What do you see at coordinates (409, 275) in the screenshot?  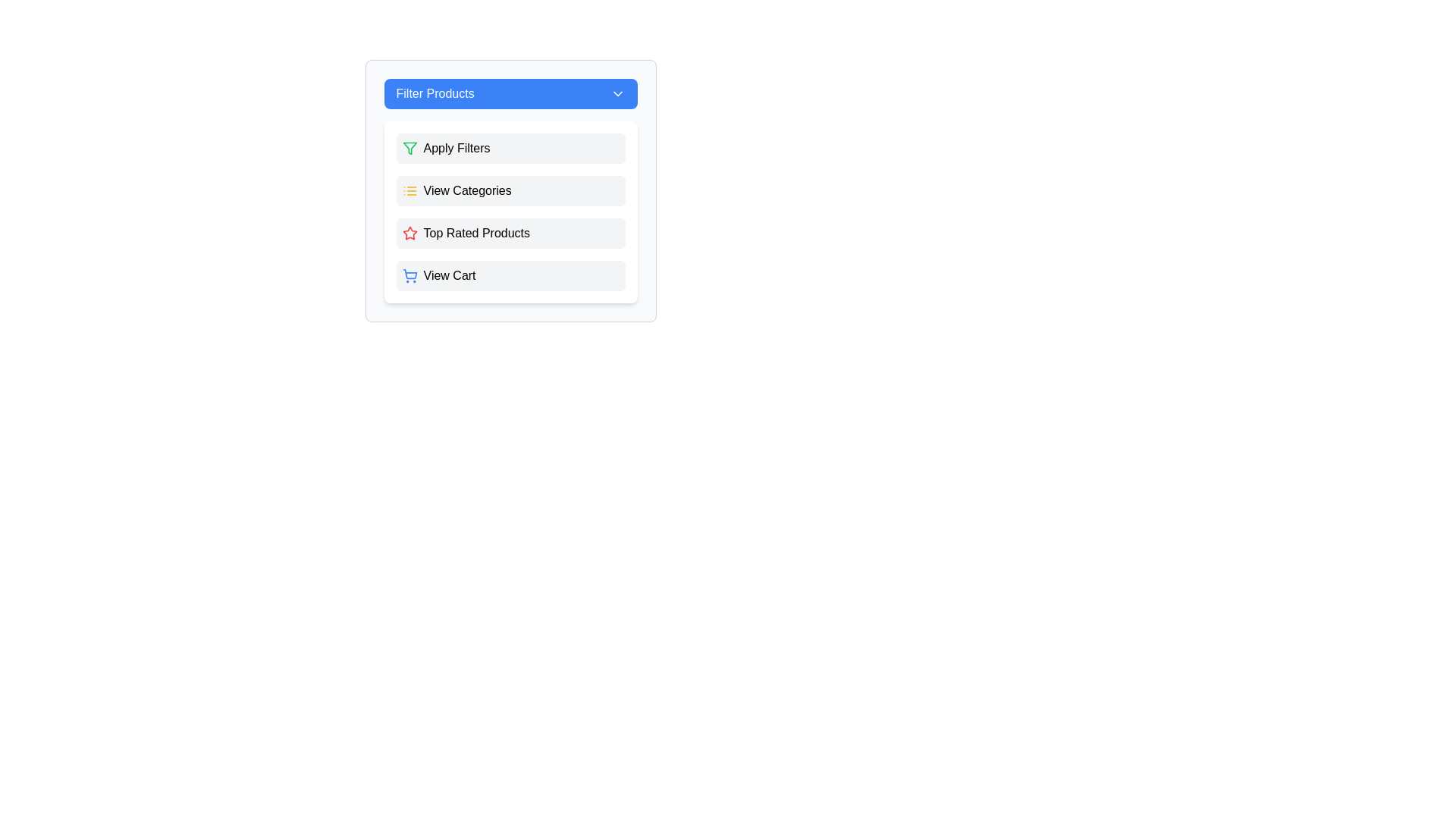 I see `the cart icon located to the left of the 'View Cart' text label in the fourth option of the vertical list under the 'Filter Products' section` at bounding box center [409, 275].